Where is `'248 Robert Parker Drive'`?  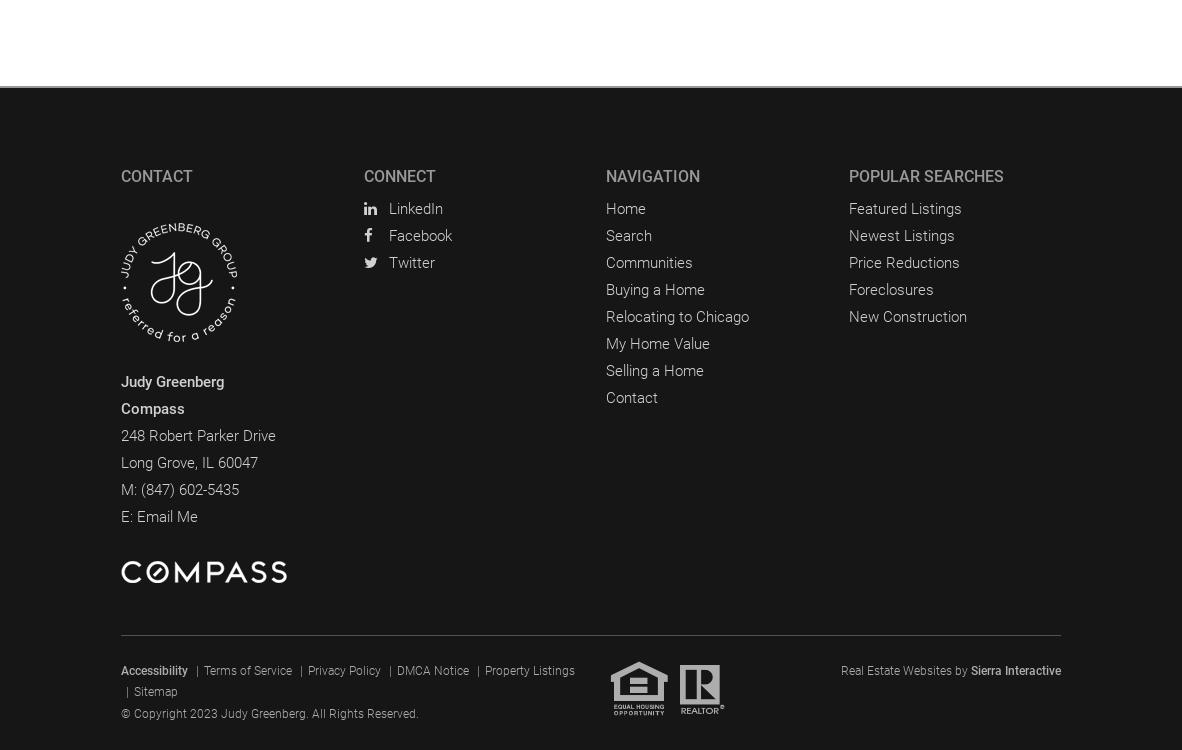 '248 Robert Parker Drive' is located at coordinates (121, 434).